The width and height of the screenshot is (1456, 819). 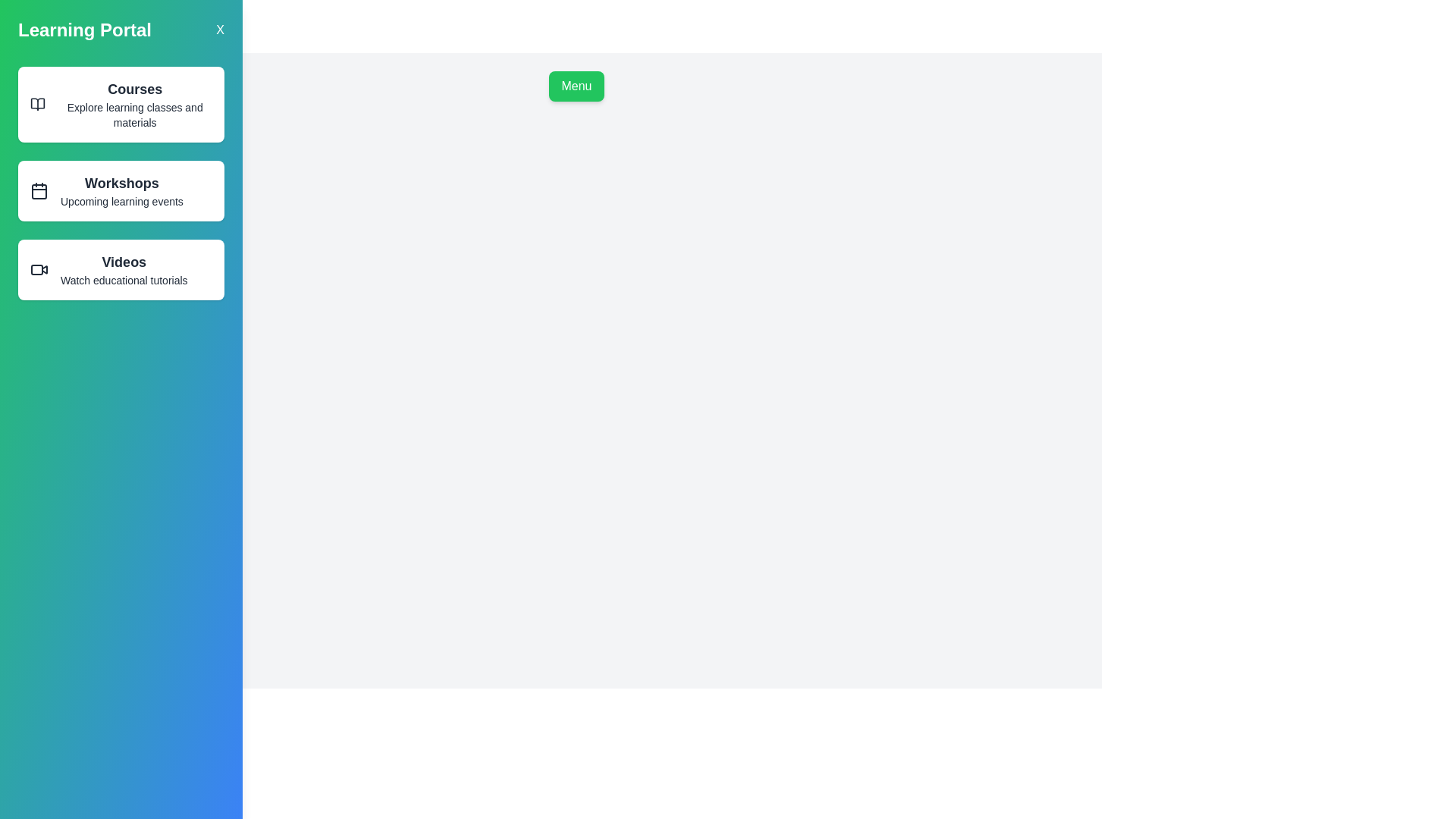 What do you see at coordinates (120, 268) in the screenshot?
I see `the Videos panel option from the LearningPortalDrawer` at bounding box center [120, 268].